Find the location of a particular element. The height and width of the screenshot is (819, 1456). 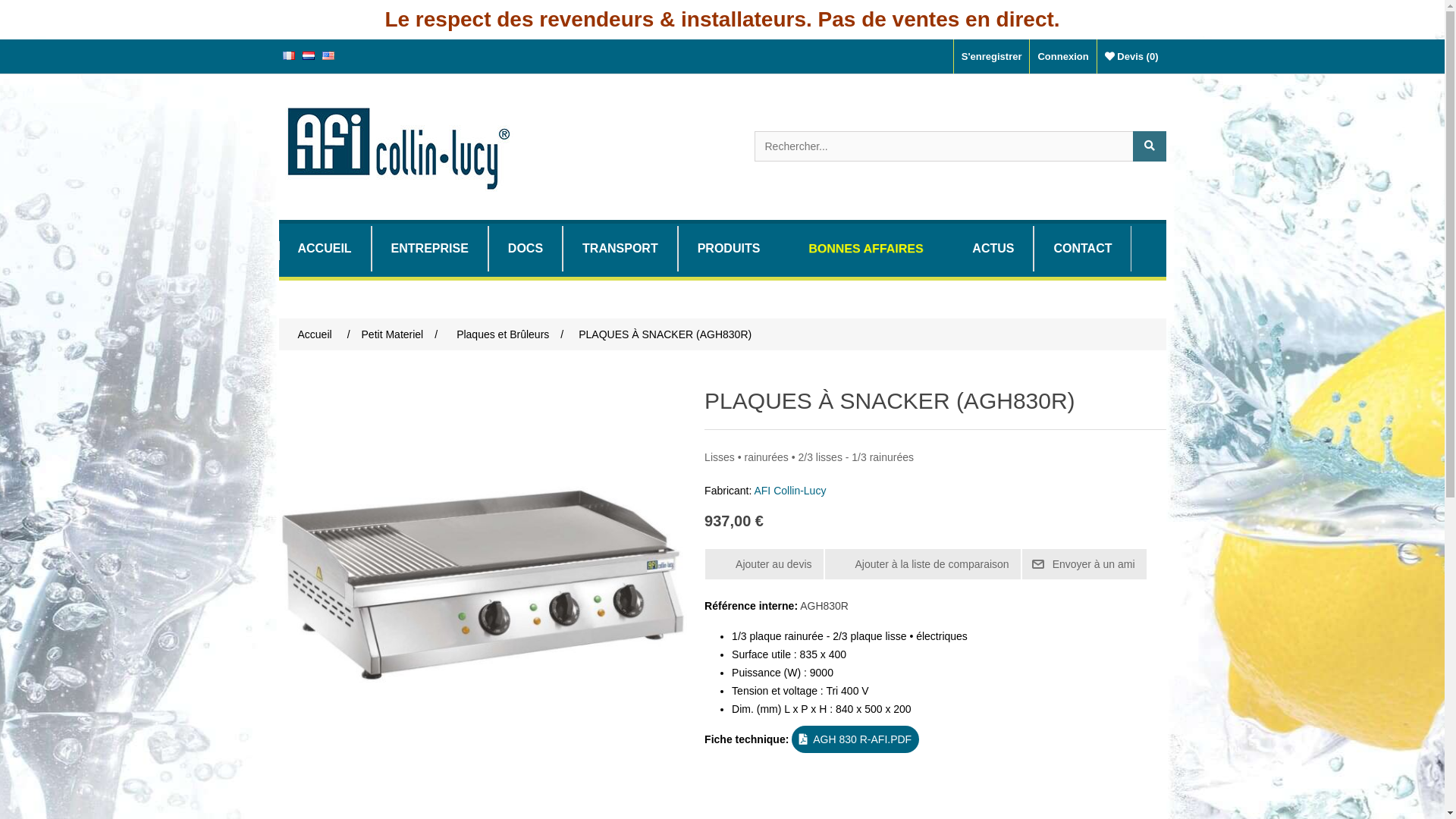

'Devis (0)' is located at coordinates (1131, 55).